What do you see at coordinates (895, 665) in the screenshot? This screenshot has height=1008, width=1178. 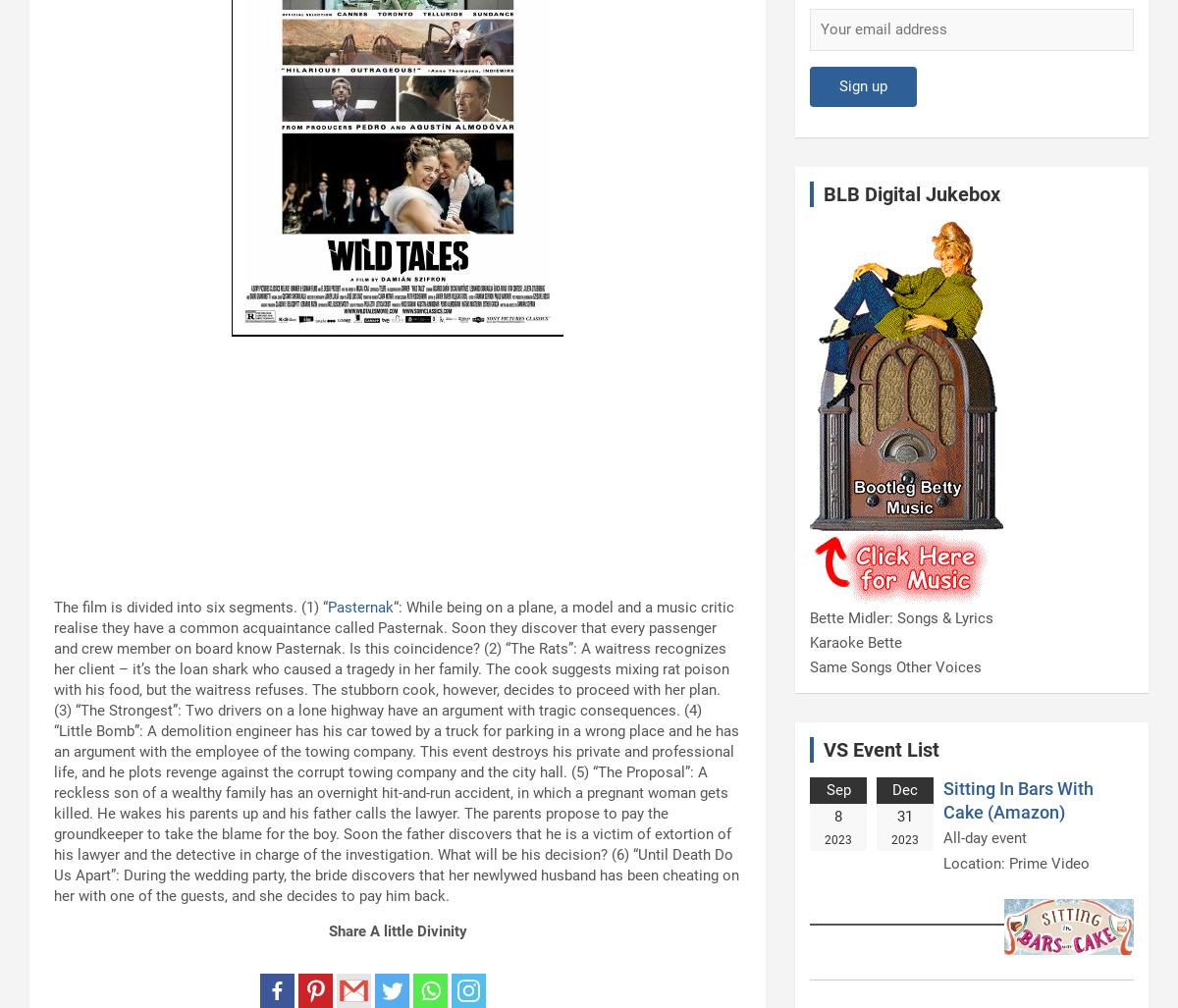 I see `'Same Songs Other Voices'` at bounding box center [895, 665].